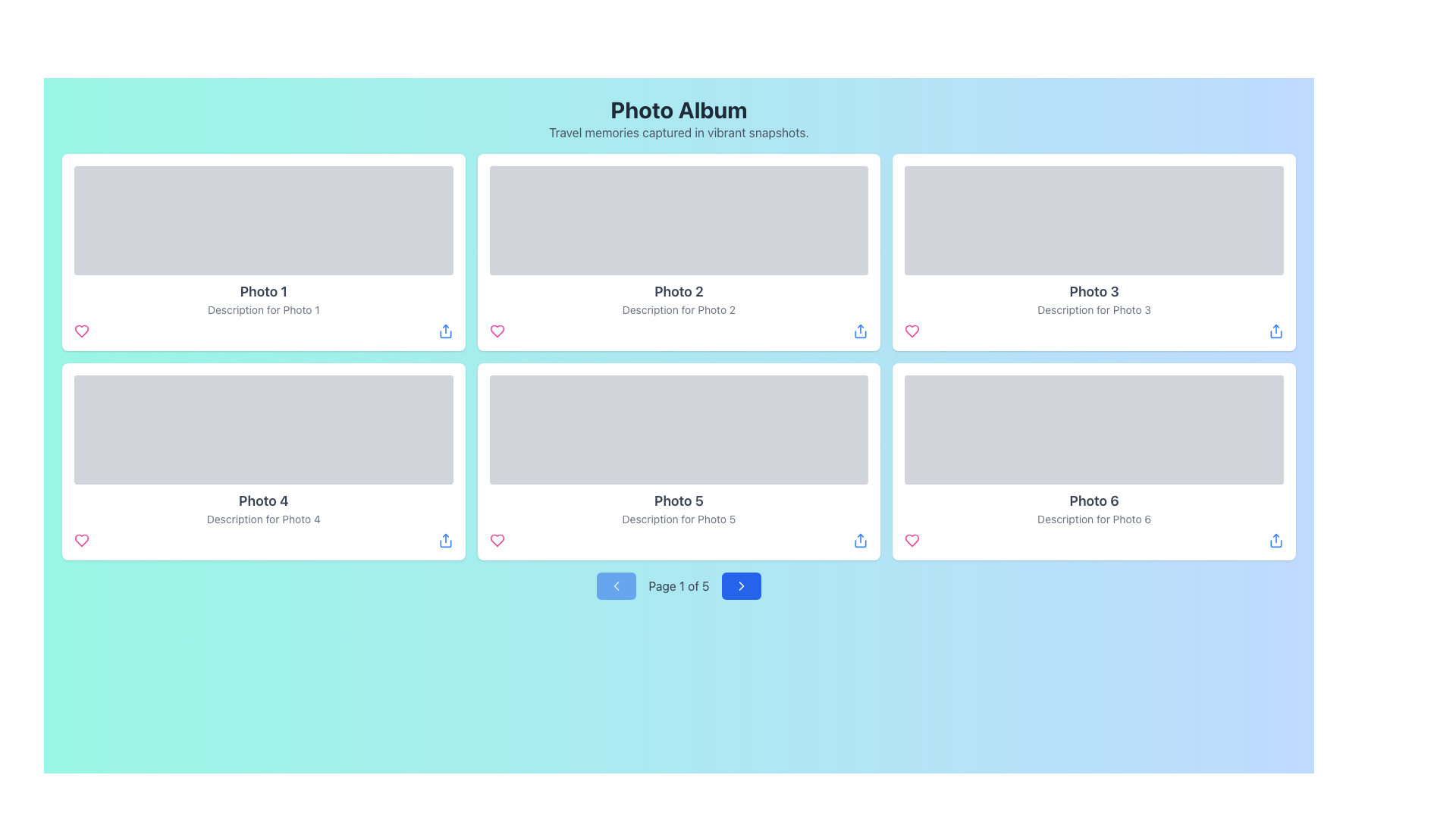  What do you see at coordinates (444, 540) in the screenshot?
I see `the Share button icon, which is a blue interactive icon resembling a share symbol located at the bottom right corner of the 'Photo 4' card in the grid layout` at bounding box center [444, 540].